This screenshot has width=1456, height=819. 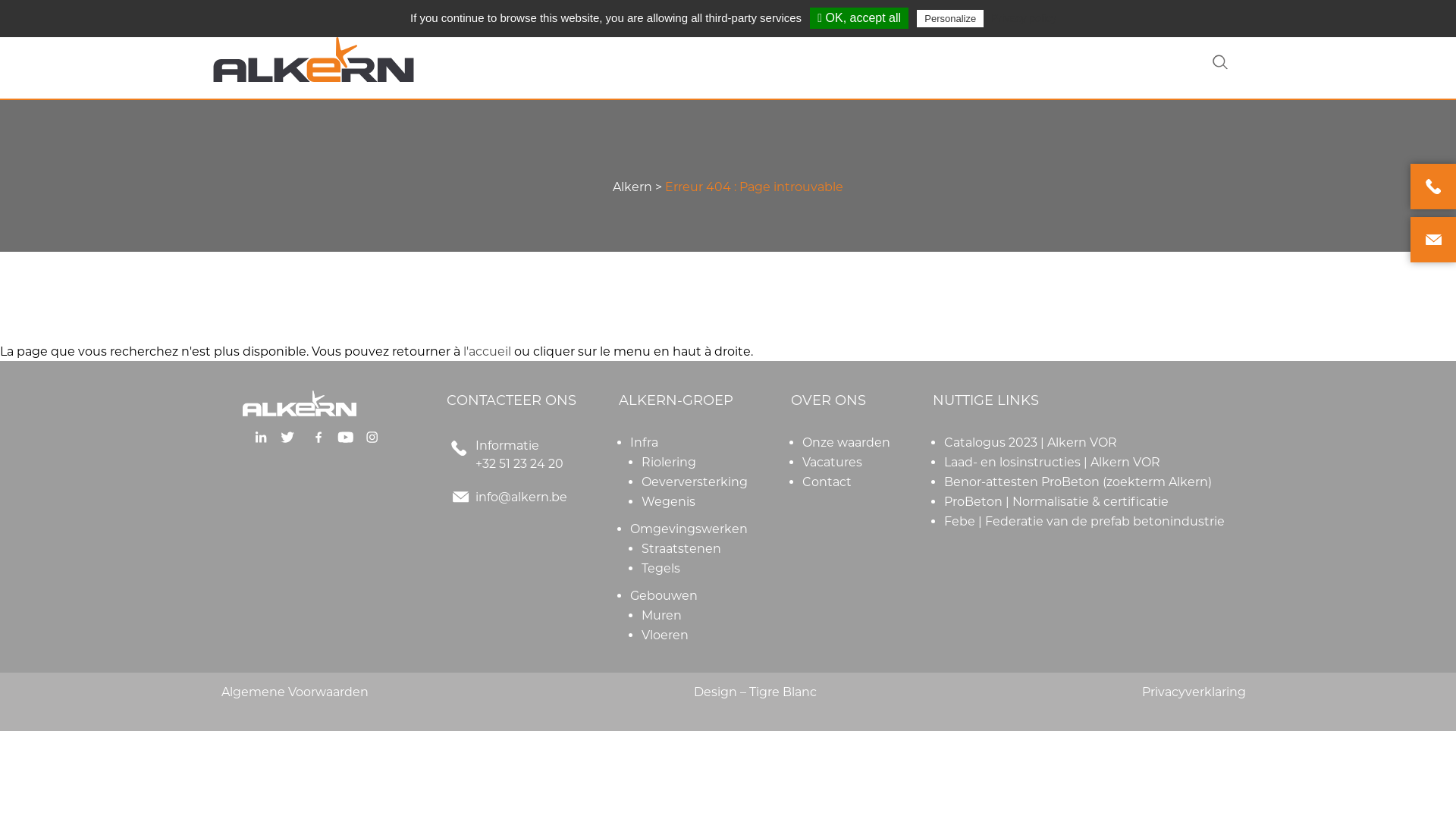 What do you see at coordinates (1142, 692) in the screenshot?
I see `'Privacyverklaring'` at bounding box center [1142, 692].